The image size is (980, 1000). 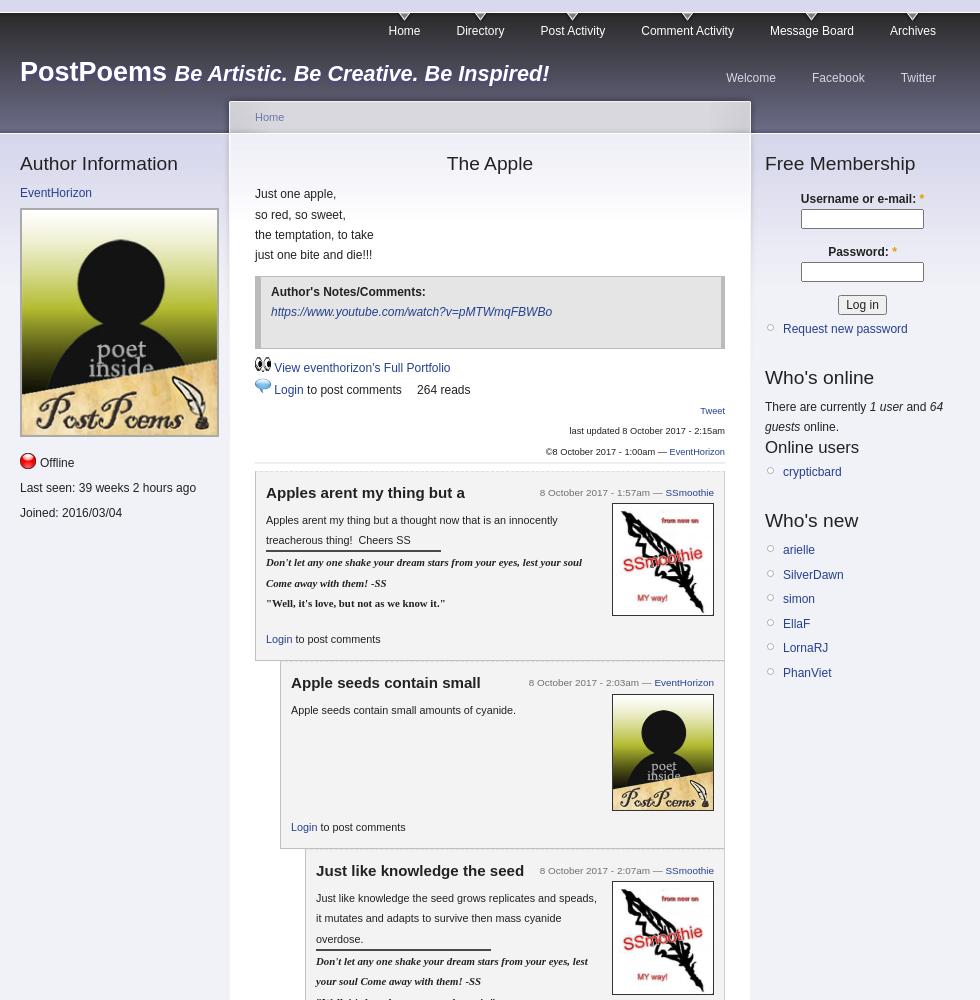 I want to click on 'Just like knowledge the seed', so click(x=420, y=869).